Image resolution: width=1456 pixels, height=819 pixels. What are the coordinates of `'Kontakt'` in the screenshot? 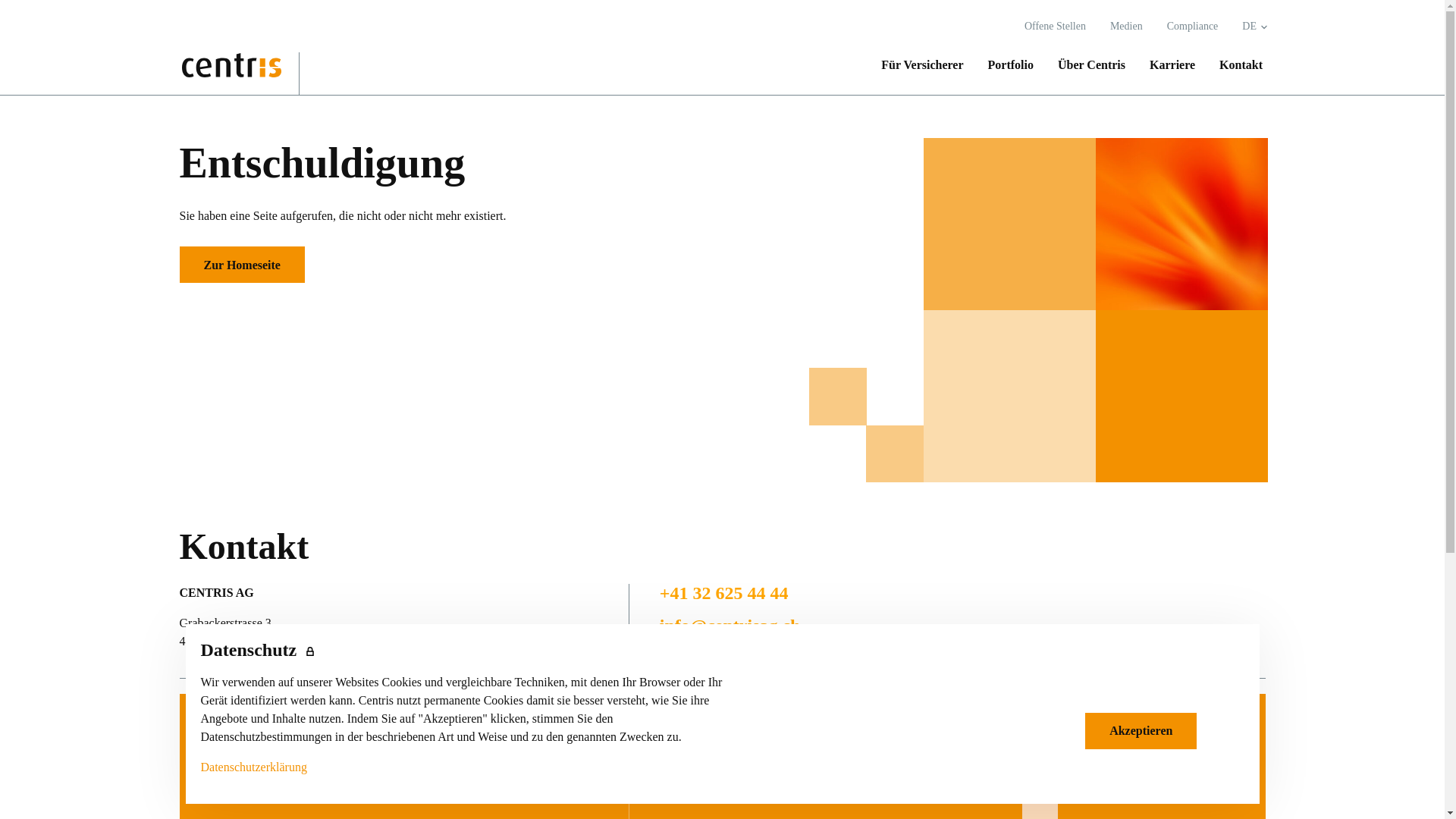 It's located at (1235, 64).